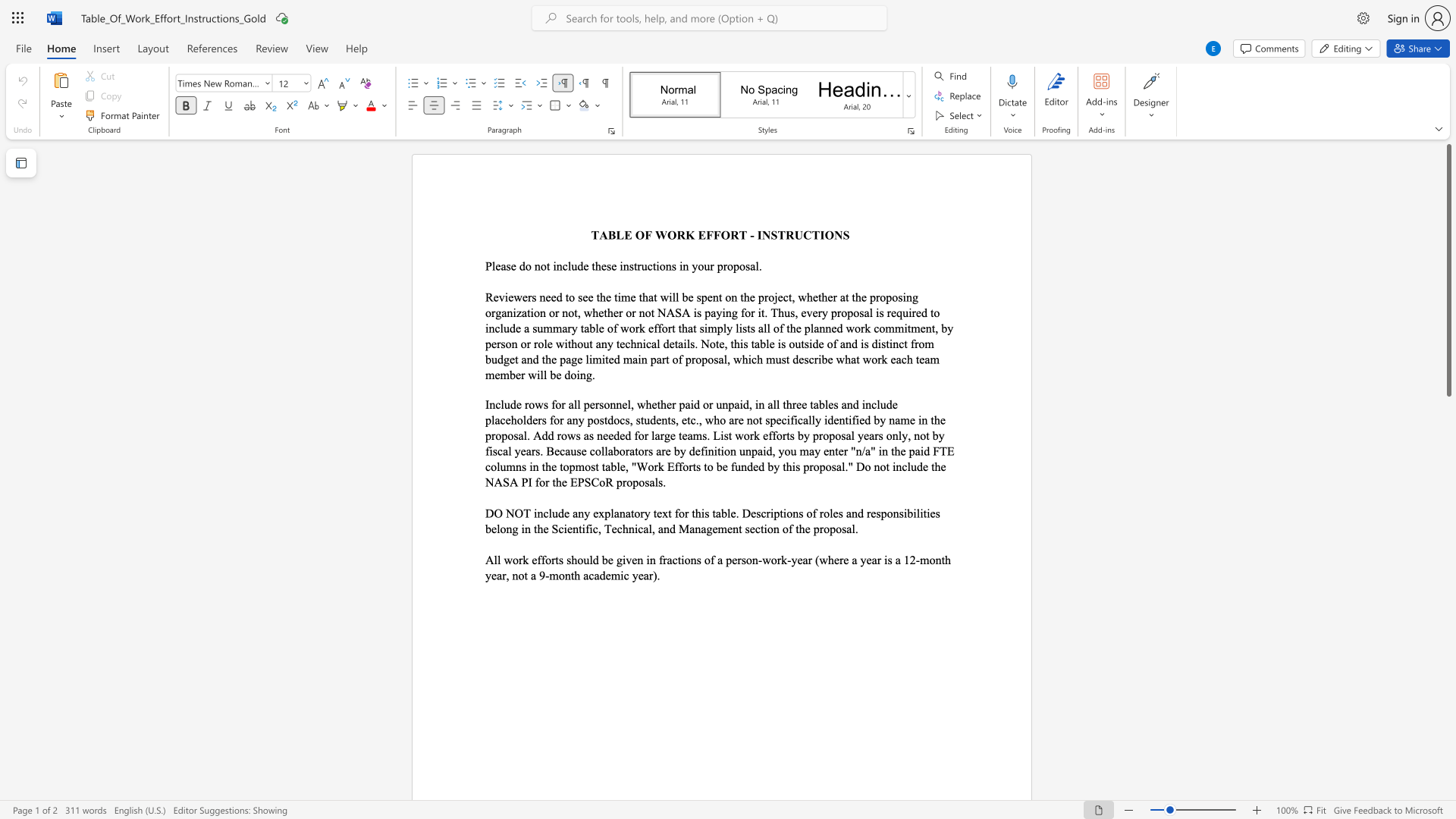  Describe the element at coordinates (1448, 719) in the screenshot. I see `the scrollbar to scroll downward` at that location.